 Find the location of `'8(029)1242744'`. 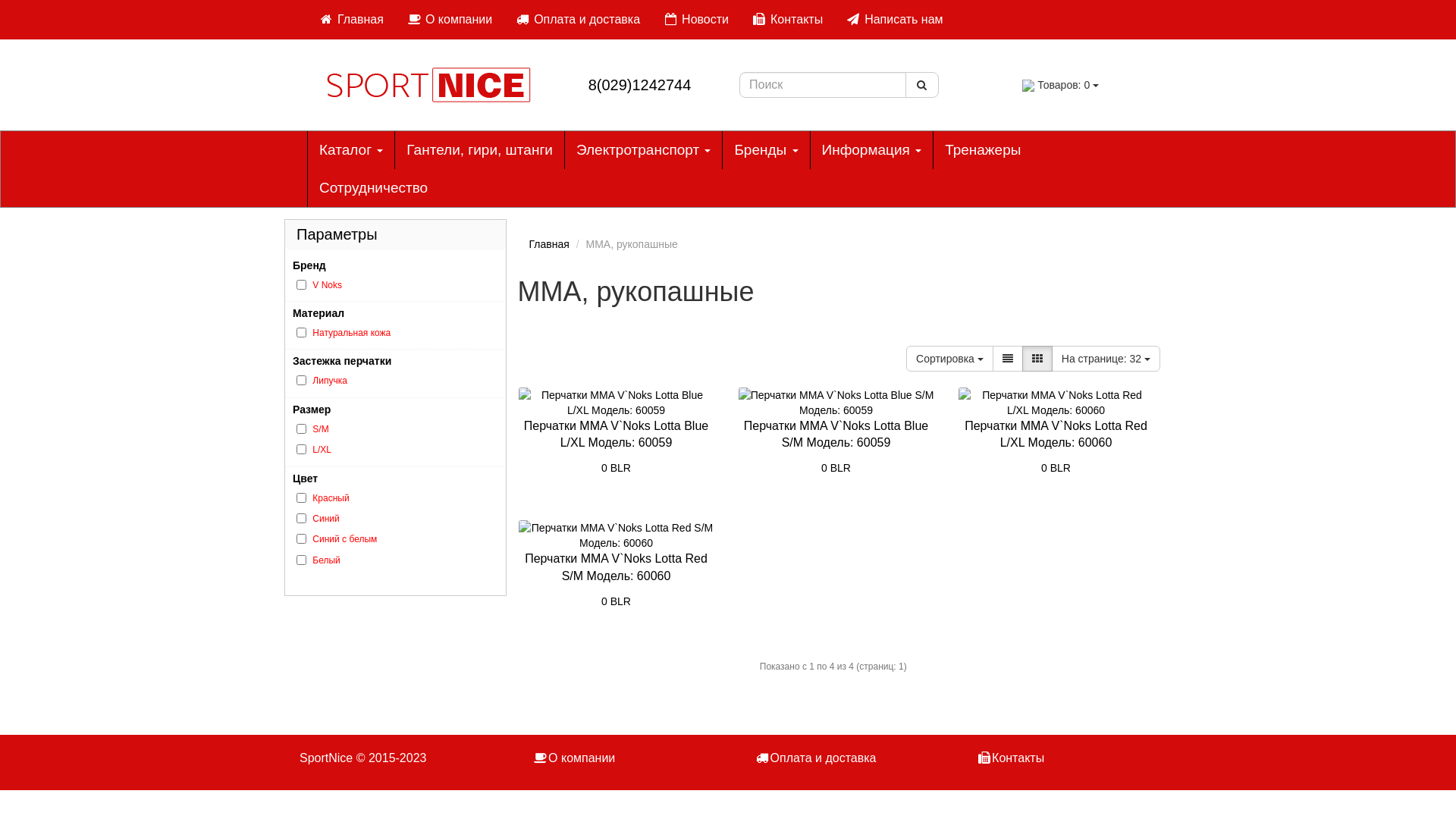

'8(029)1242744' is located at coordinates (640, 84).